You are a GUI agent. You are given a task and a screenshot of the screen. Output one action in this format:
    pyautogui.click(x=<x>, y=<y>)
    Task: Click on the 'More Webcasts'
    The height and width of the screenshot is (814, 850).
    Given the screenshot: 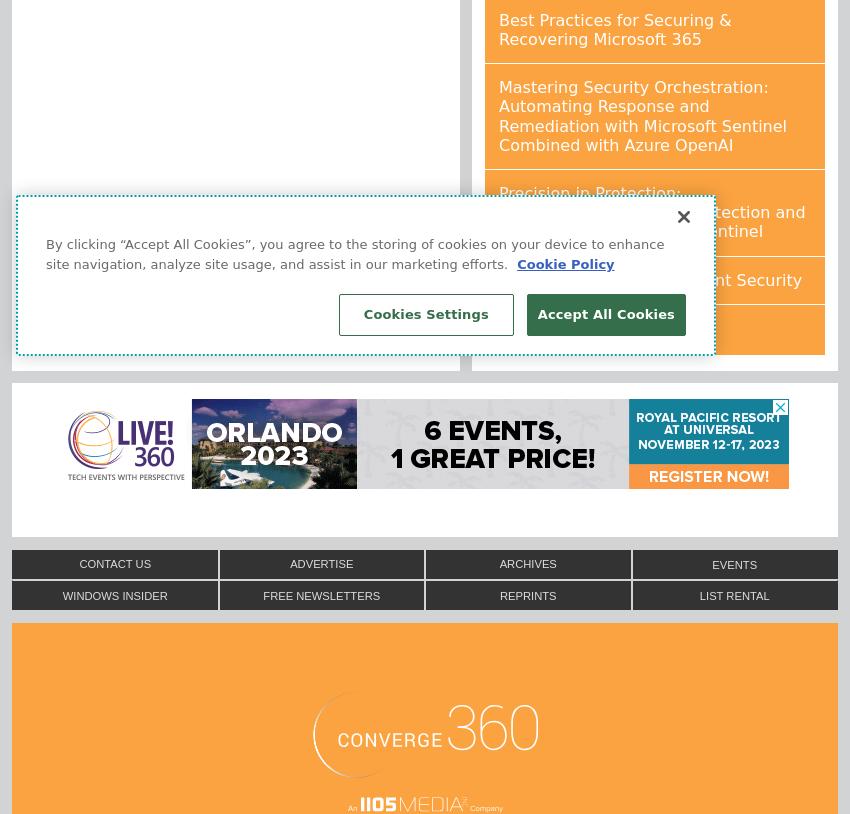 What is the action you would take?
    pyautogui.click(x=559, y=328)
    